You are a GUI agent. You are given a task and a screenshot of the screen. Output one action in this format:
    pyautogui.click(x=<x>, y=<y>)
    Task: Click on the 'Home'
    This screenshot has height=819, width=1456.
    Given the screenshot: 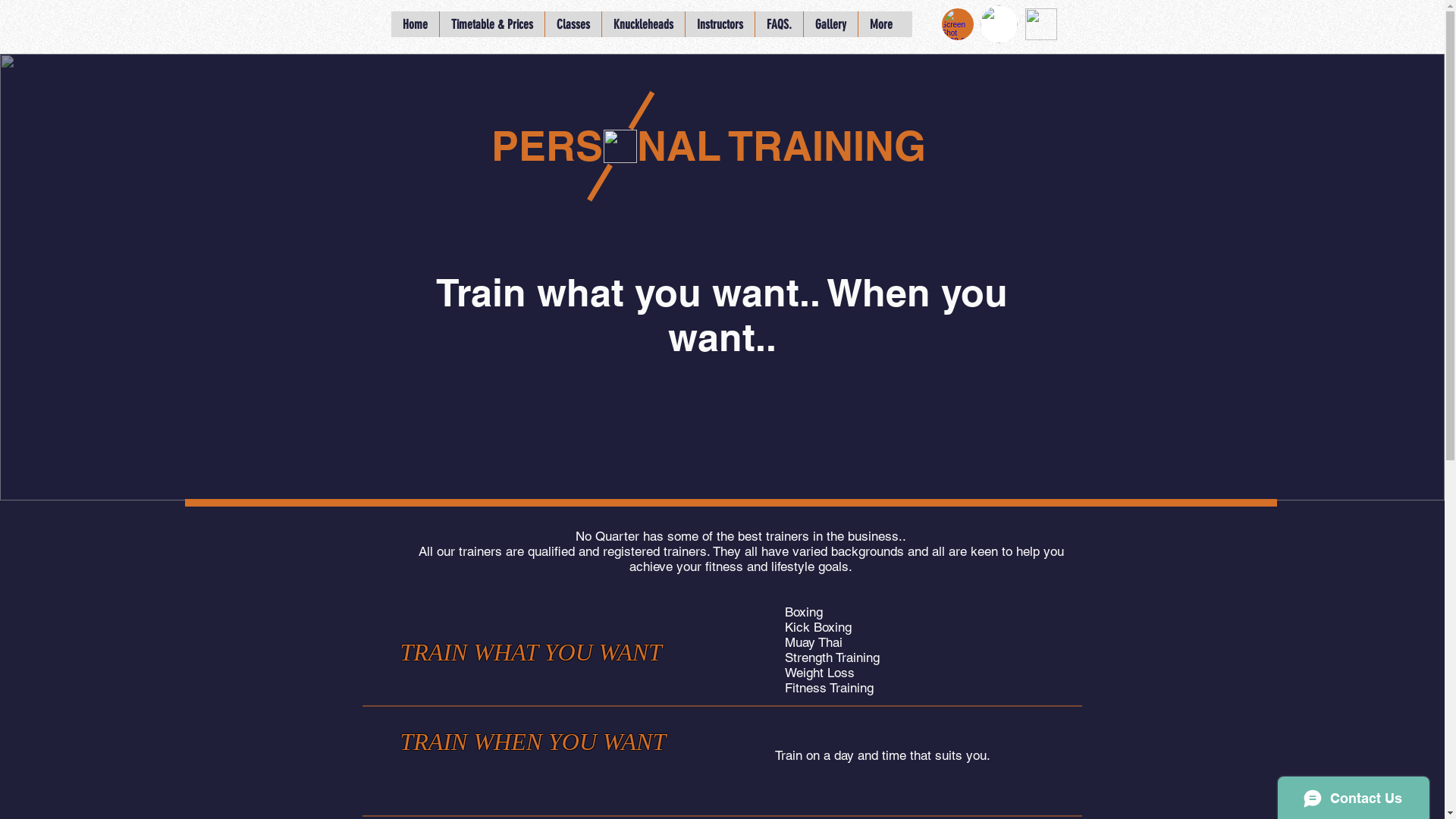 What is the action you would take?
    pyautogui.click(x=415, y=24)
    